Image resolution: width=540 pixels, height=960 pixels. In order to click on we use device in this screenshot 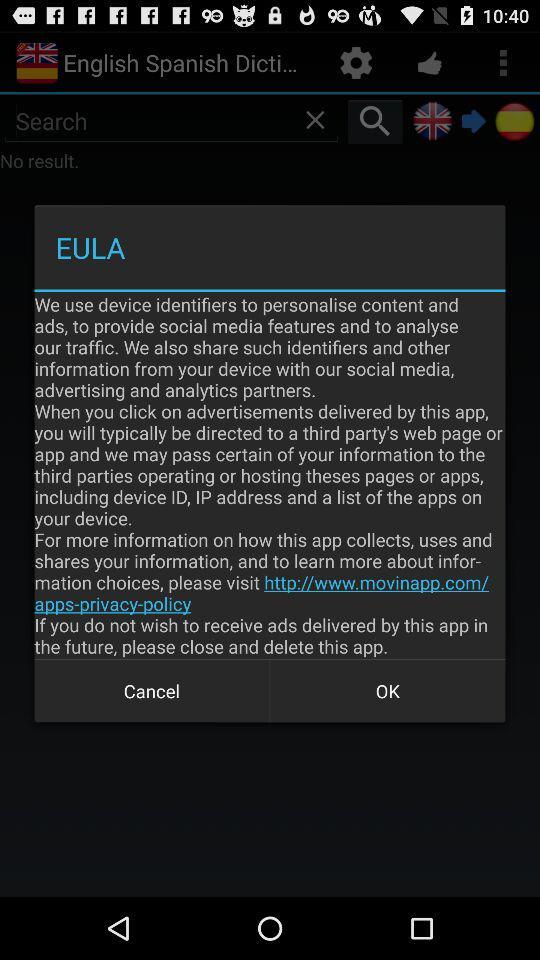, I will do `click(270, 475)`.